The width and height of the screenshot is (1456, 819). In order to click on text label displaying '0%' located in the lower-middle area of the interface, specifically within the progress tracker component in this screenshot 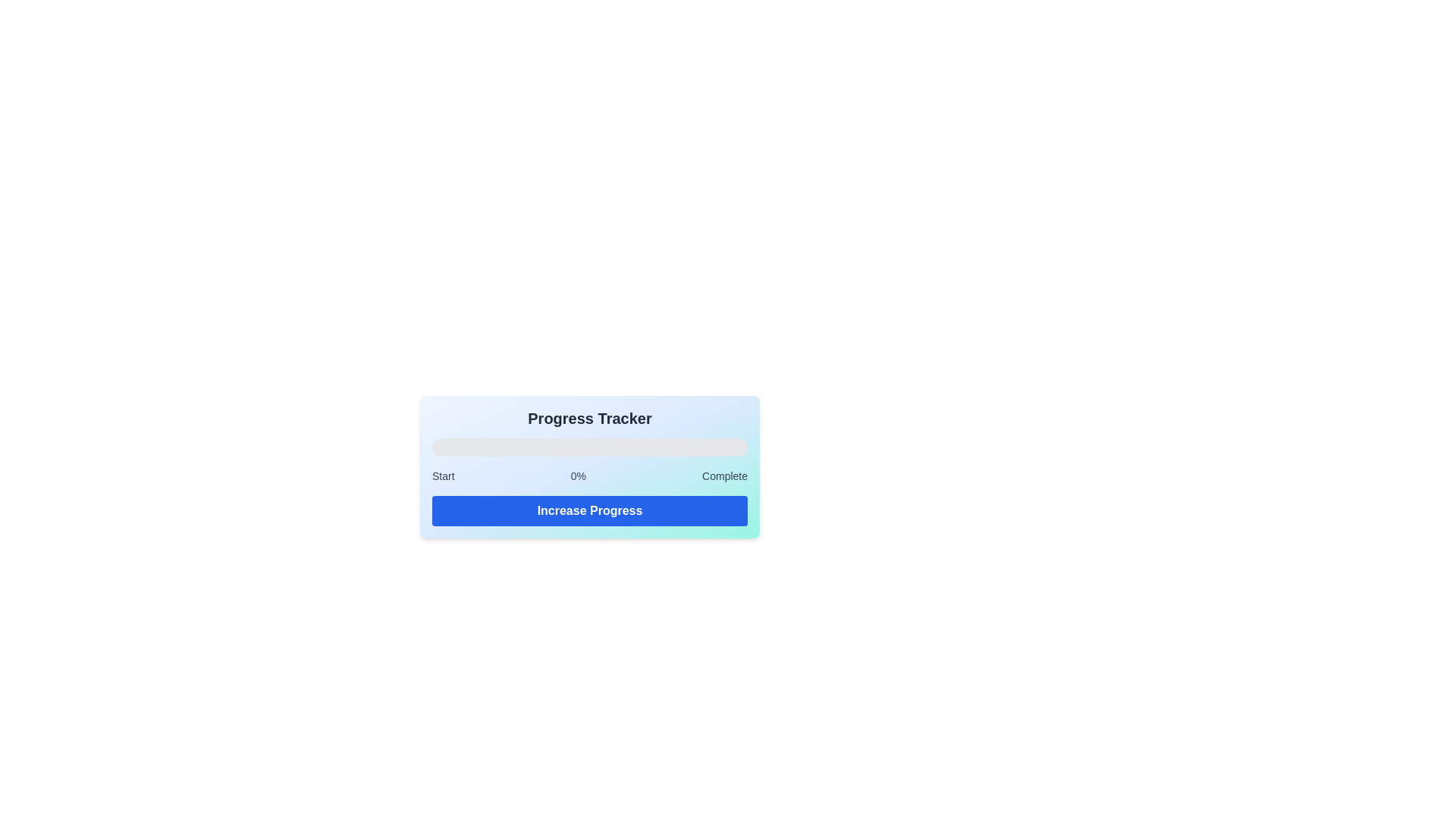, I will do `click(577, 475)`.